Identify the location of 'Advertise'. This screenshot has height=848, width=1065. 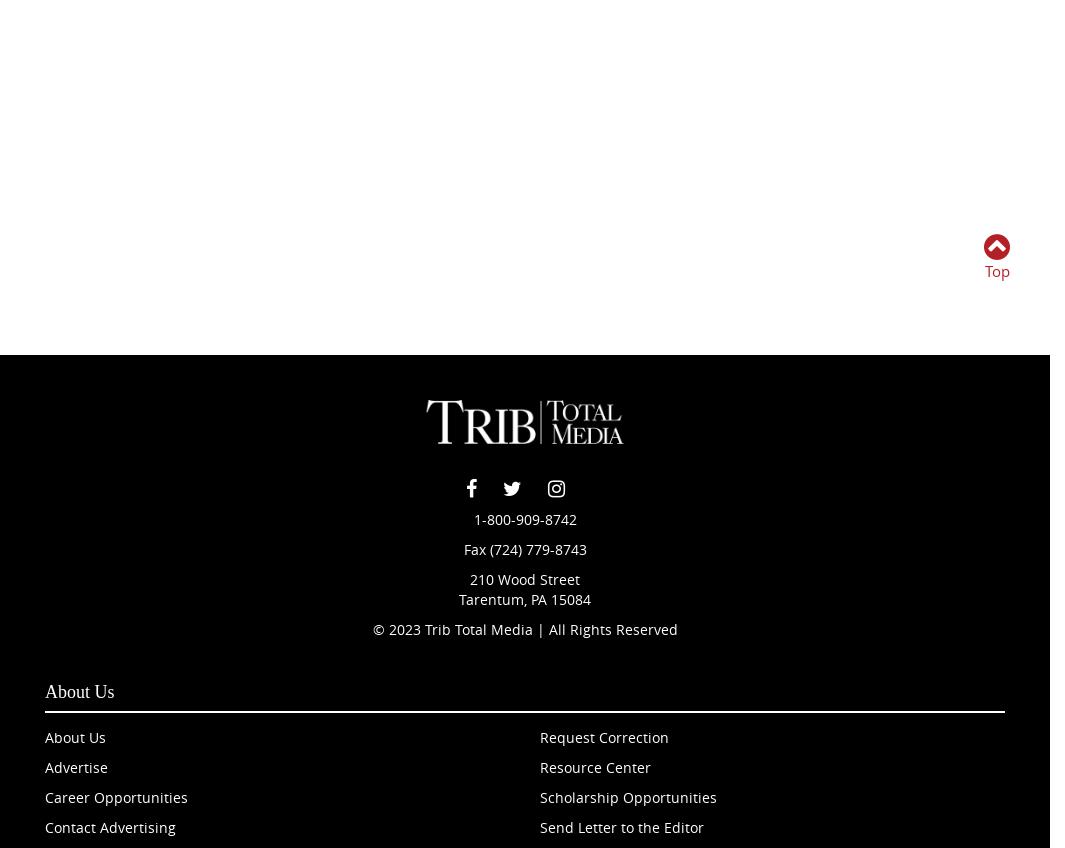
(75, 765).